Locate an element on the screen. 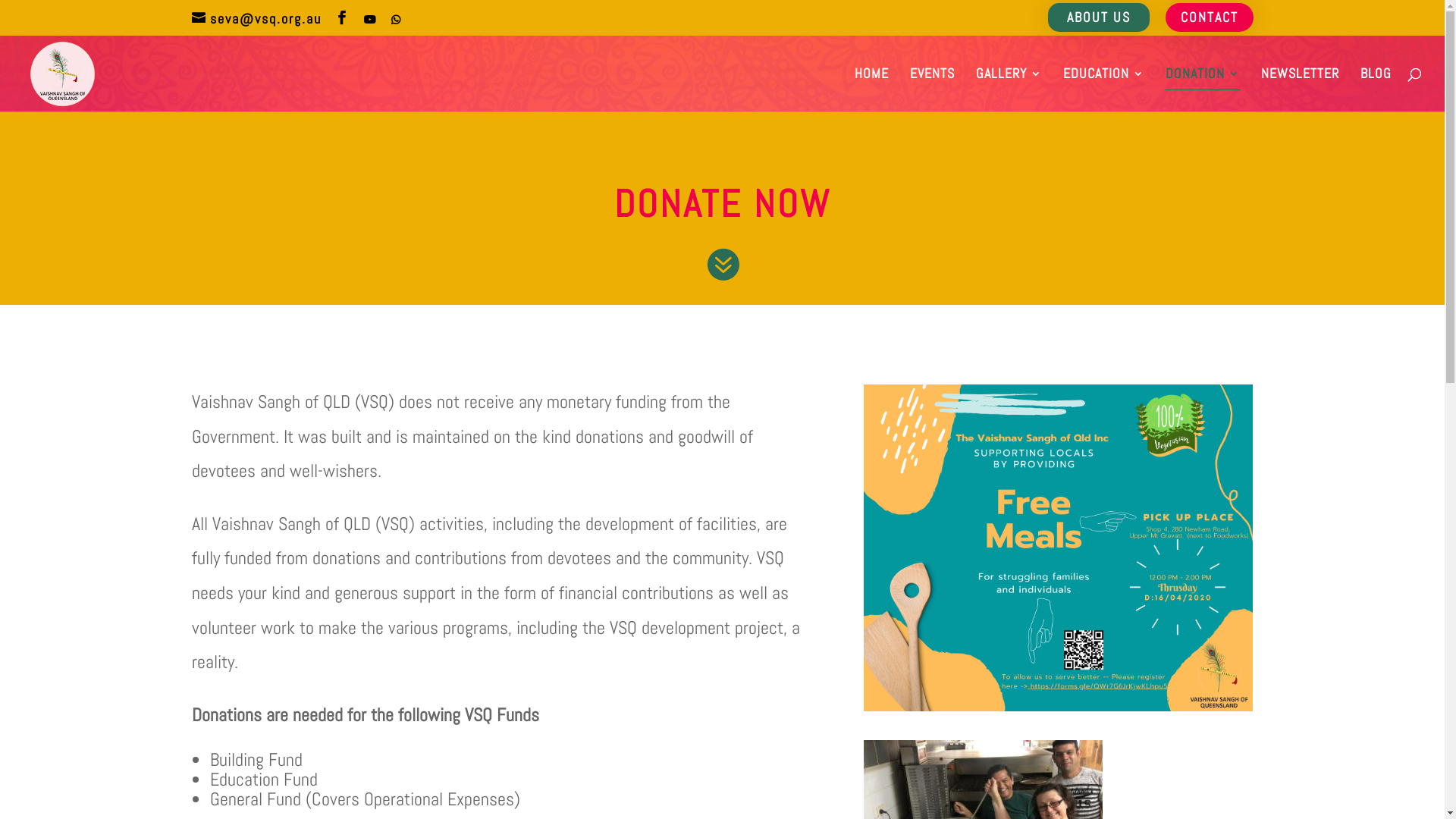  'seva@vsq.org.au' is located at coordinates (190, 17).